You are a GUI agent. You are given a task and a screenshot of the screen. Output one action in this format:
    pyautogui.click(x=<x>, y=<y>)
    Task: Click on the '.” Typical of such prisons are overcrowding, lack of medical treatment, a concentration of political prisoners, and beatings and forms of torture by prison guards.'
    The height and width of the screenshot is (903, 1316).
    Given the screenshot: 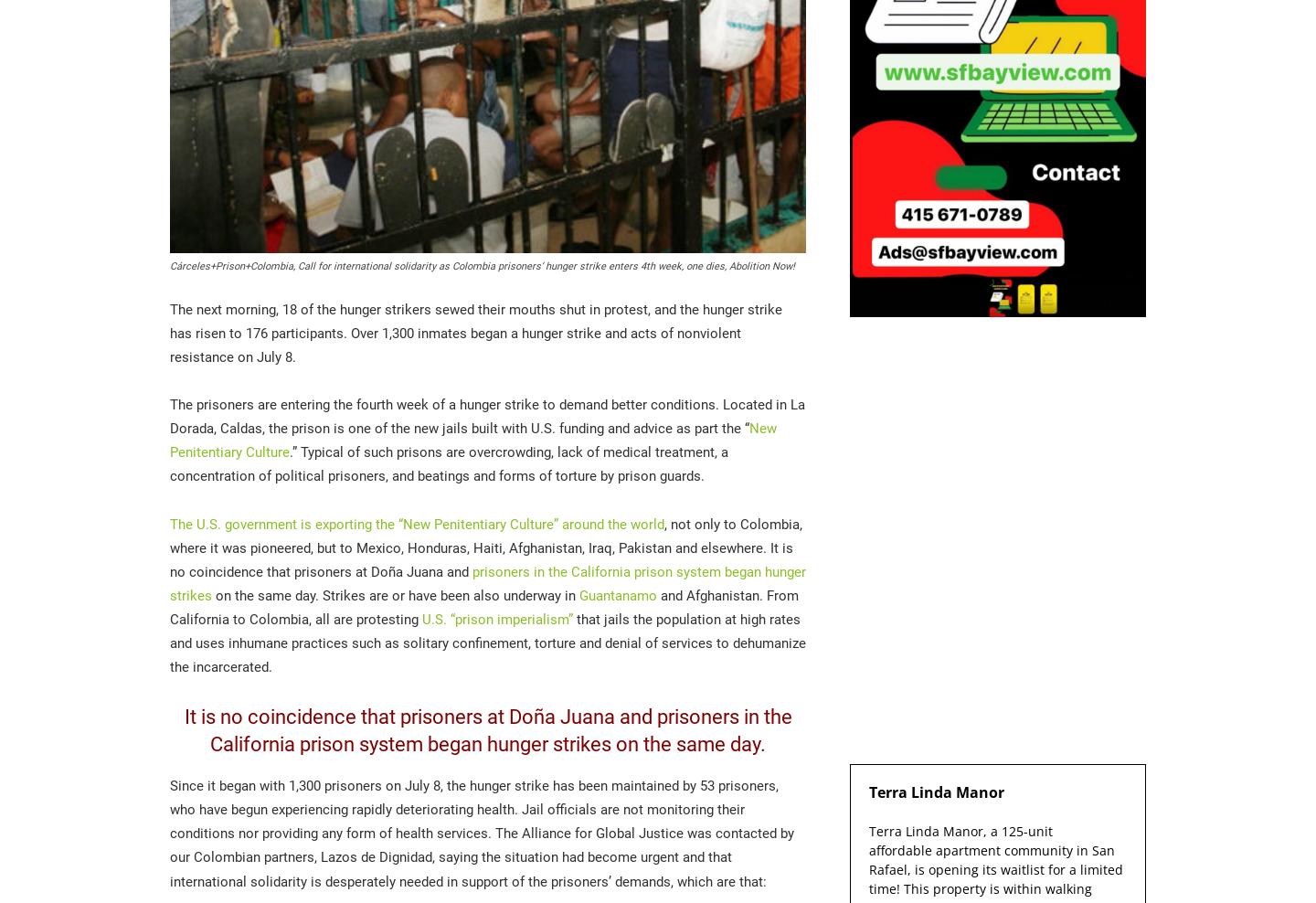 What is the action you would take?
    pyautogui.click(x=448, y=463)
    